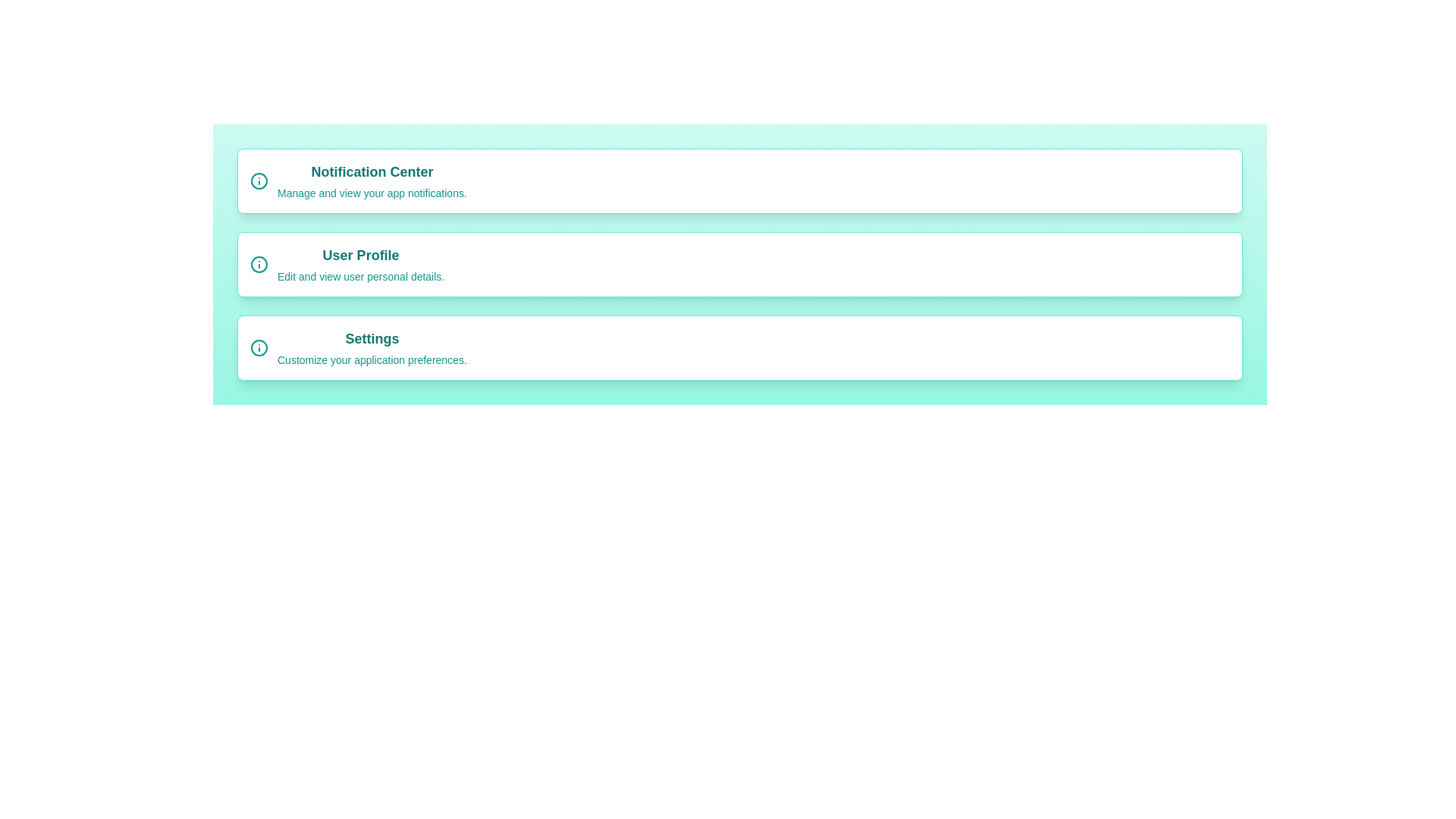 Image resolution: width=1456 pixels, height=819 pixels. What do you see at coordinates (259, 180) in the screenshot?
I see `SVG circle element located to the left of the 'Notification Center' text label, which is part of the informational icon in the uppermost row of the three-card interface layout` at bounding box center [259, 180].